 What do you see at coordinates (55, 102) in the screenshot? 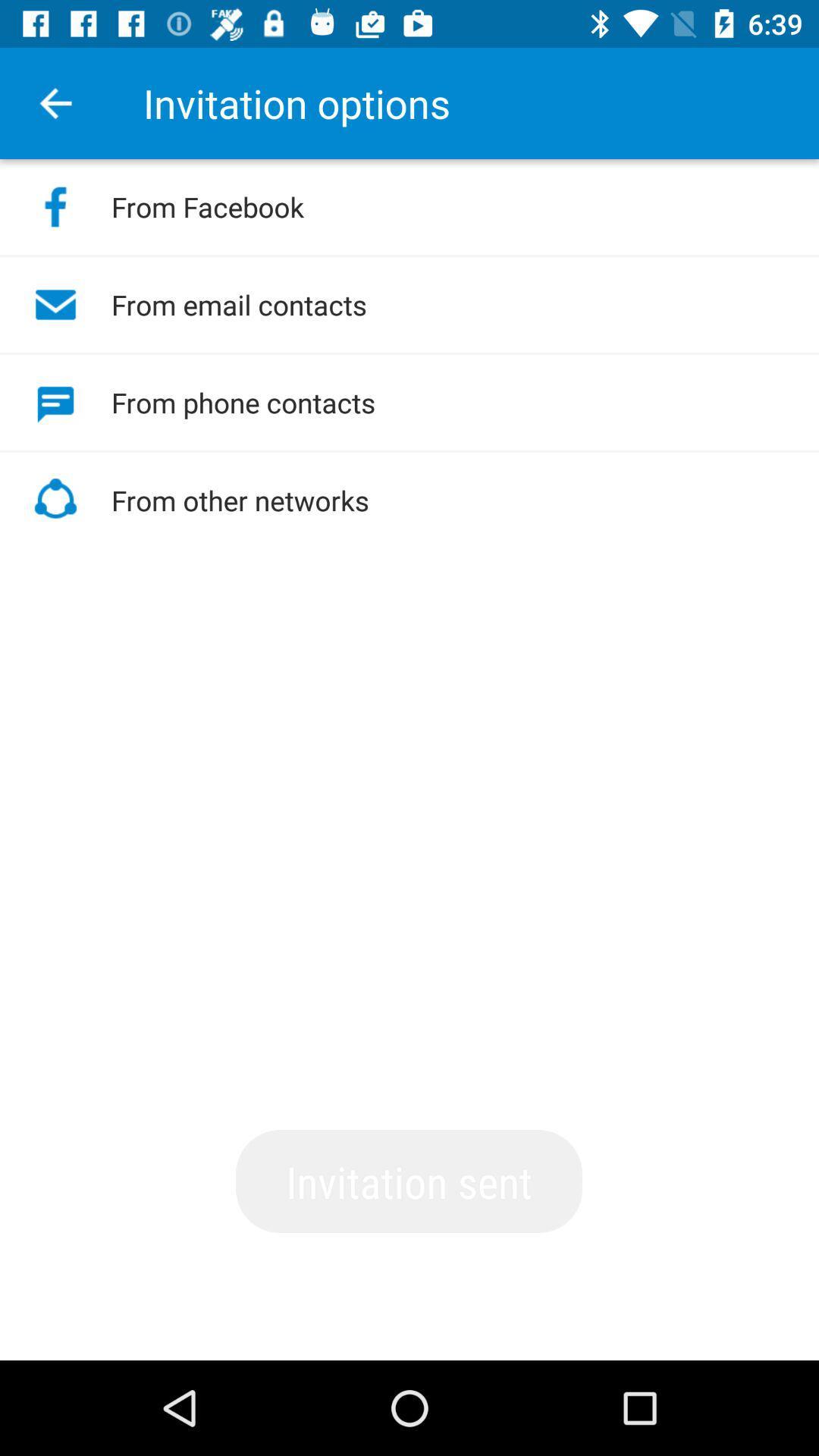
I see `icon next to the invitation options item` at bounding box center [55, 102].